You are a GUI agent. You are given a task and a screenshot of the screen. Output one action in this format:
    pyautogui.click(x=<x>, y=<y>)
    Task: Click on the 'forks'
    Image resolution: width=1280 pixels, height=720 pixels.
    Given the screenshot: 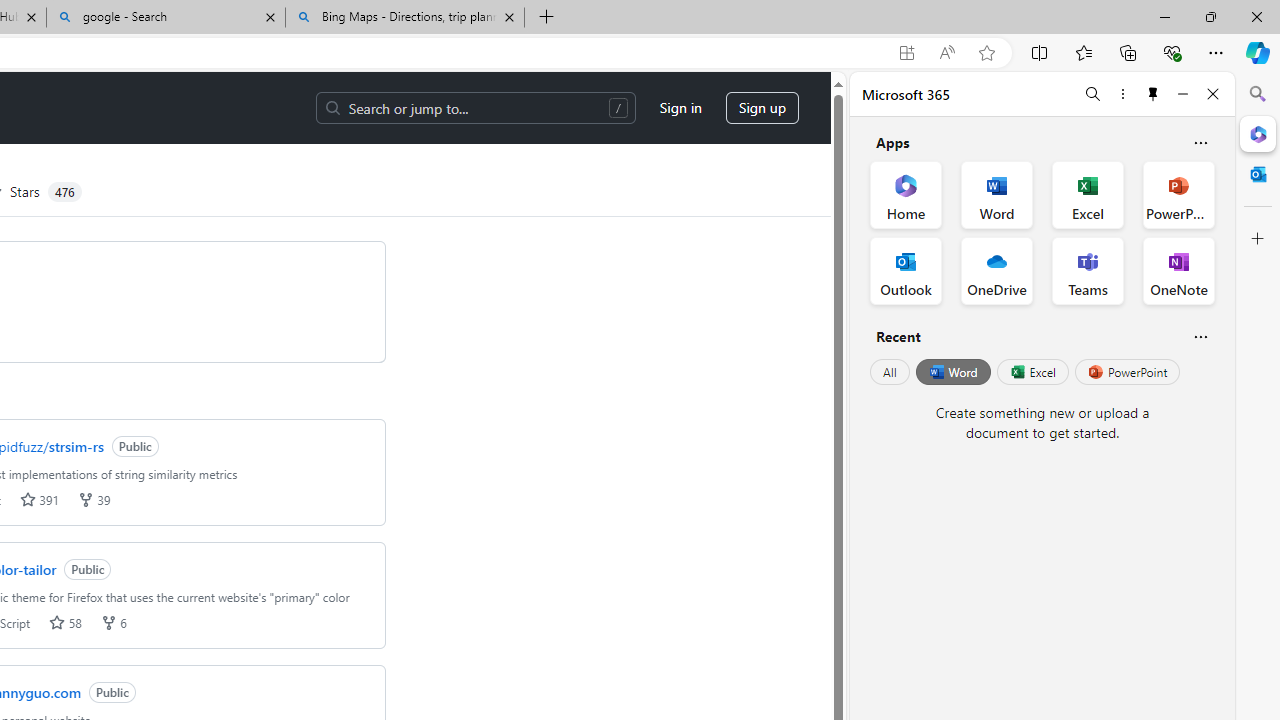 What is the action you would take?
    pyautogui.click(x=107, y=621)
    